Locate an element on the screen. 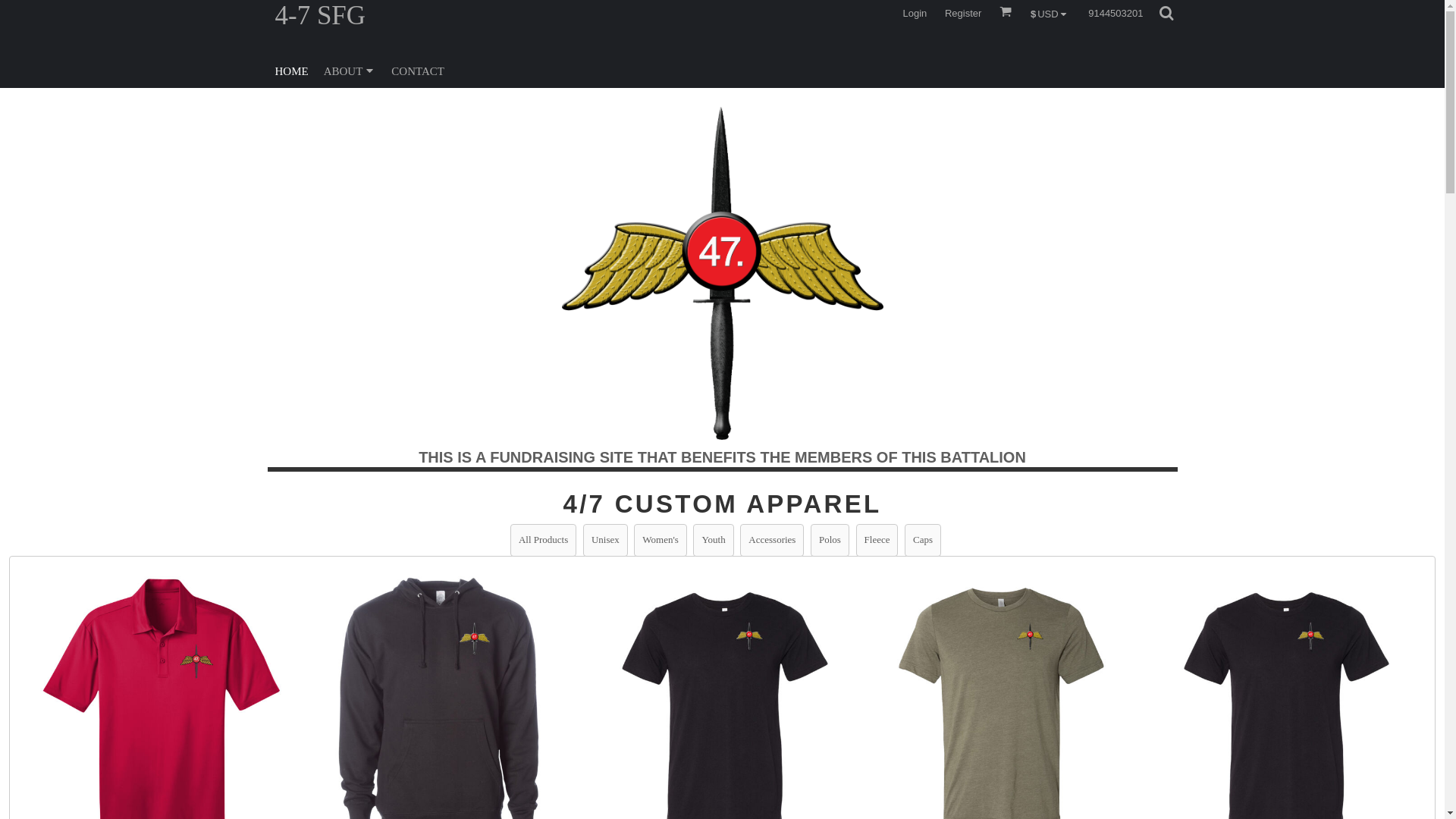 The image size is (1456, 819). 'HOME' is located at coordinates (291, 70).